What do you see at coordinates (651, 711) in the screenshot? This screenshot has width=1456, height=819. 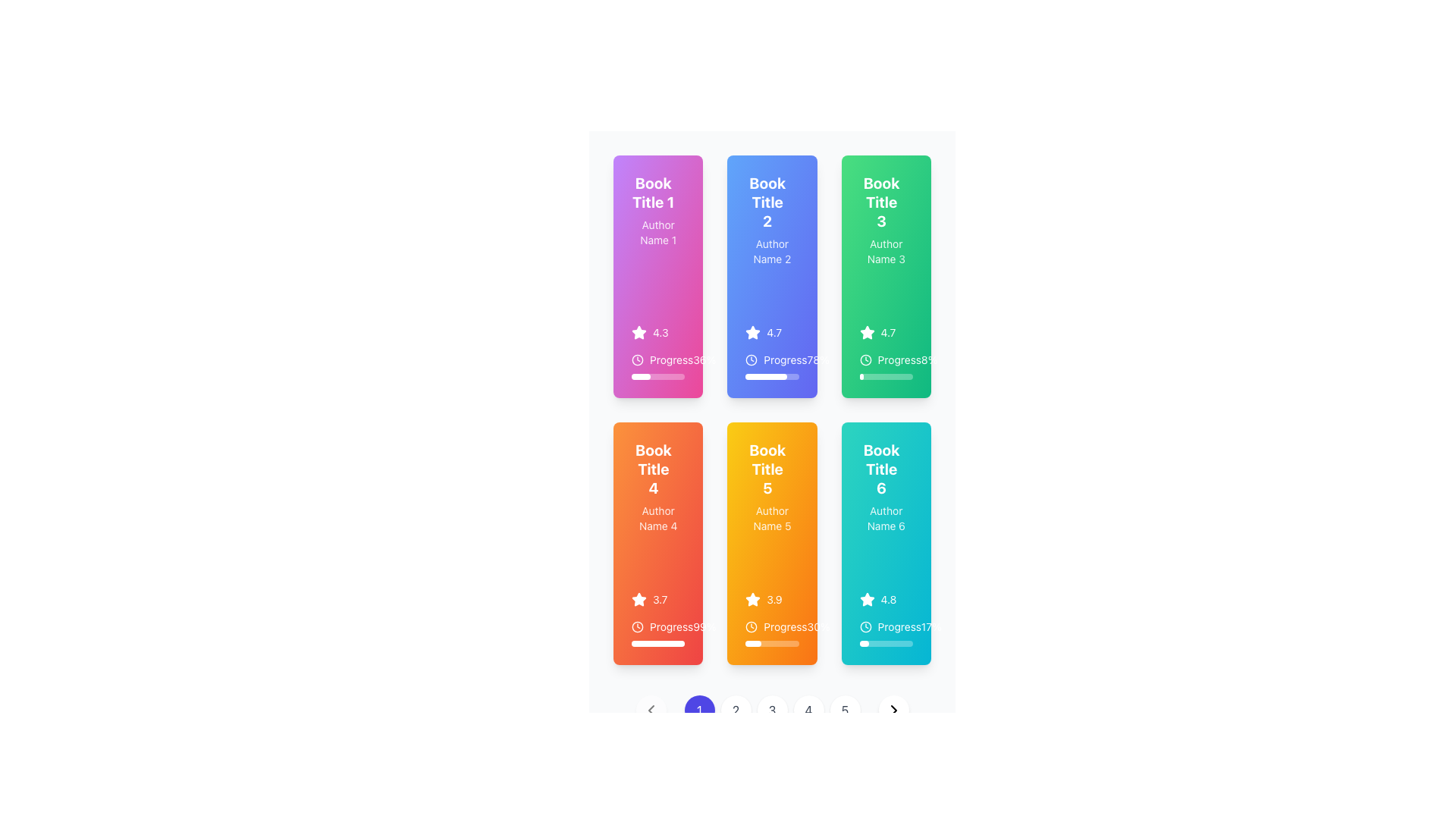 I see `the back navigation icon located in the bottom navigation section` at bounding box center [651, 711].